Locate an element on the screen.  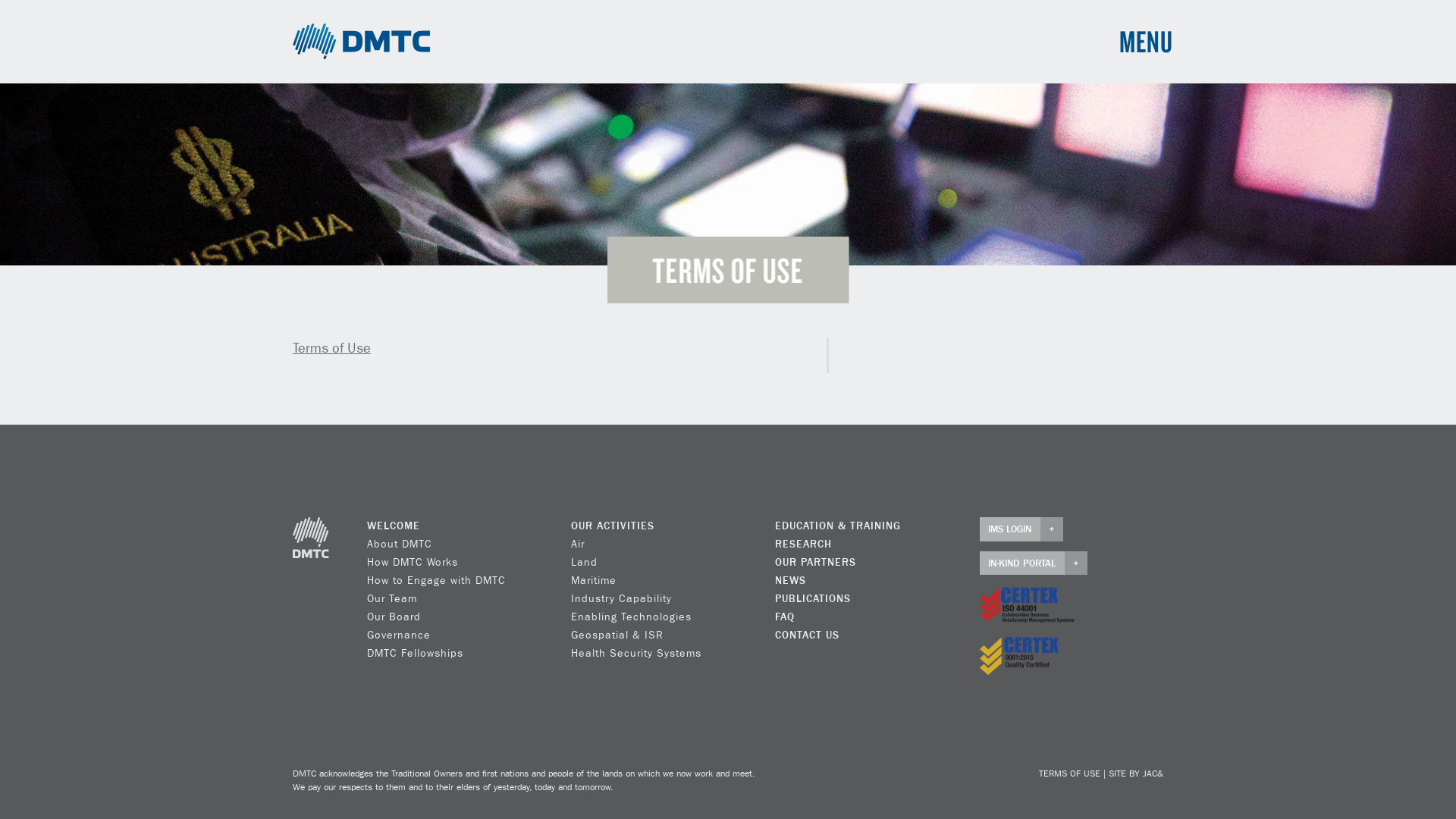
'EDUCATION & TRAINING' is located at coordinates (836, 526).